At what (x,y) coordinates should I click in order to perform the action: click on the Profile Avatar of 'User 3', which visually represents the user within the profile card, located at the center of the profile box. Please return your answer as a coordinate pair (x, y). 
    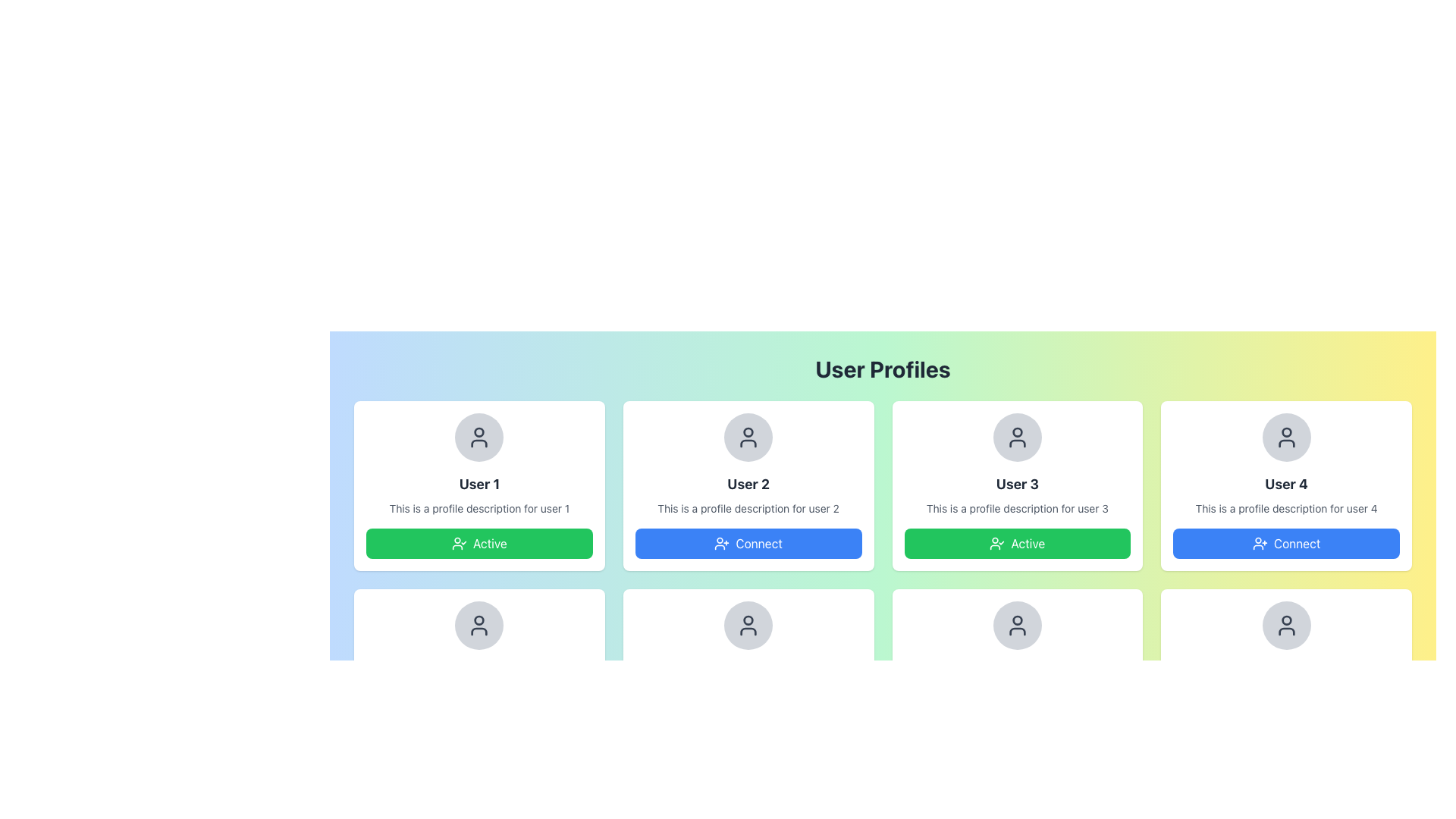
    Looking at the image, I should click on (1017, 438).